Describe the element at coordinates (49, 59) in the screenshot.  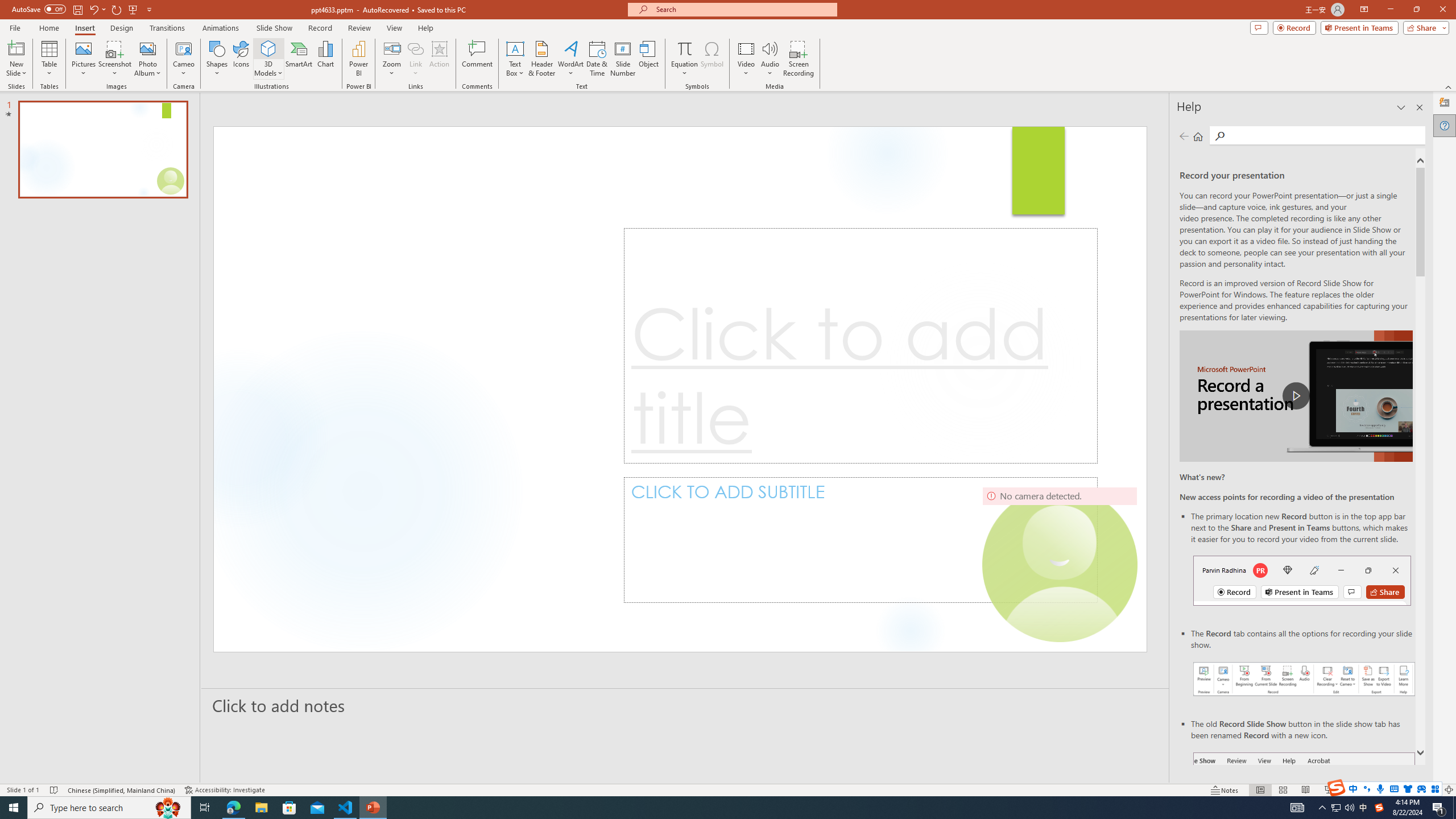
I see `'Table'` at that location.